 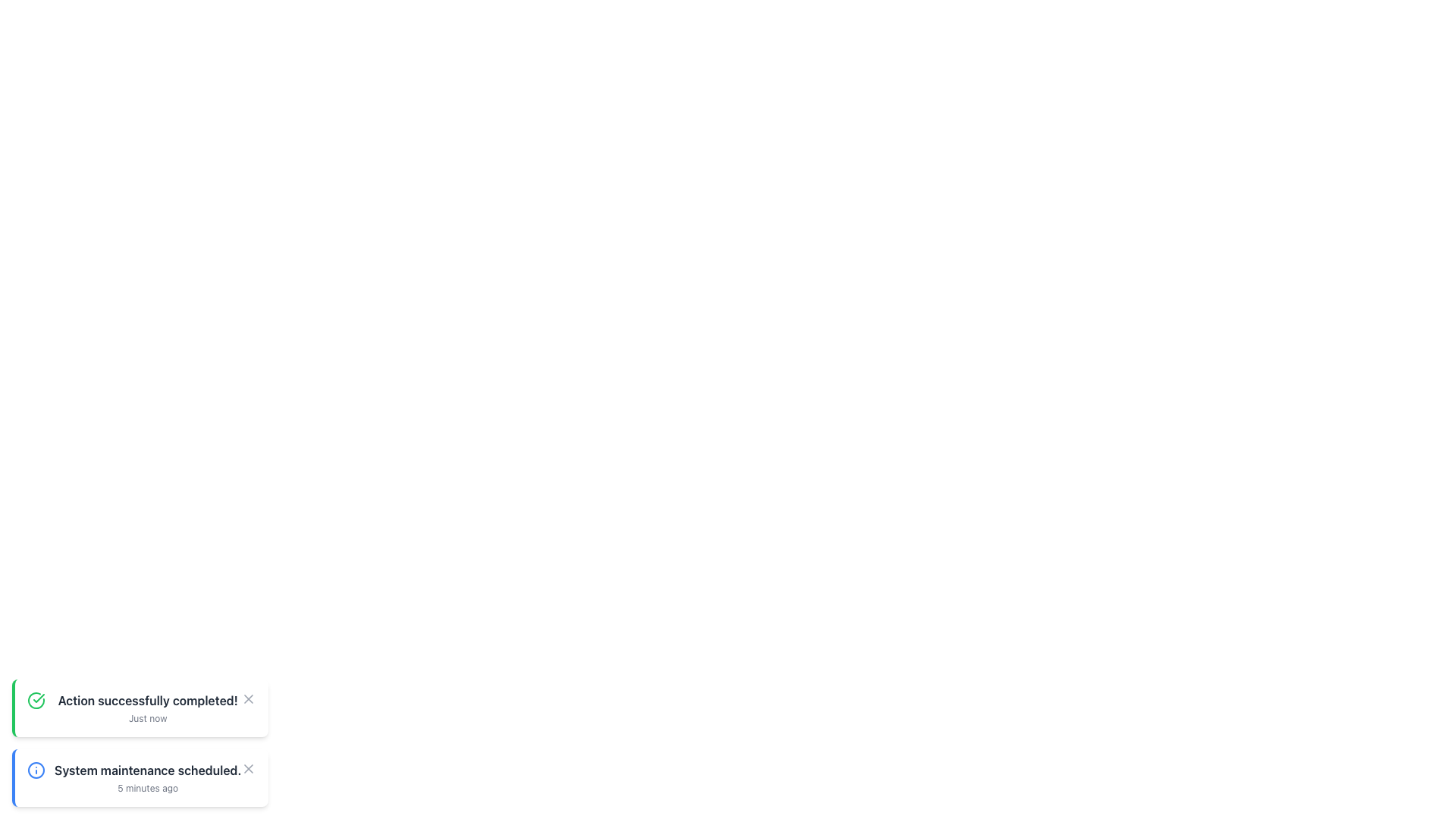 I want to click on the circular graphical element with a blue border and white fill that is part of the notification card titled 'System maintenance scheduled' located at the bottom-left corner of the interface, so click(x=36, y=770).